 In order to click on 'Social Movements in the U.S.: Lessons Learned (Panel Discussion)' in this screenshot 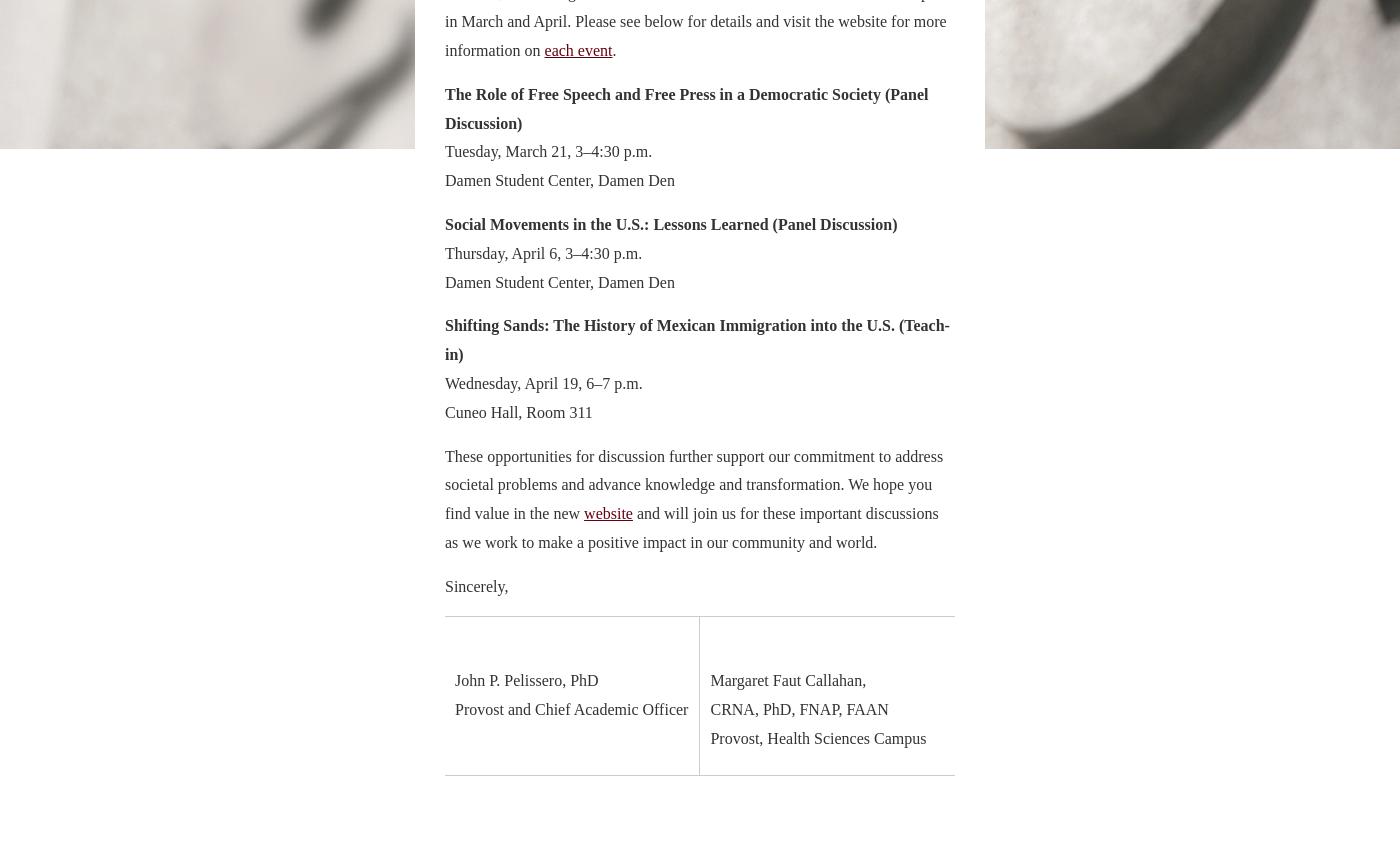, I will do `click(671, 223)`.